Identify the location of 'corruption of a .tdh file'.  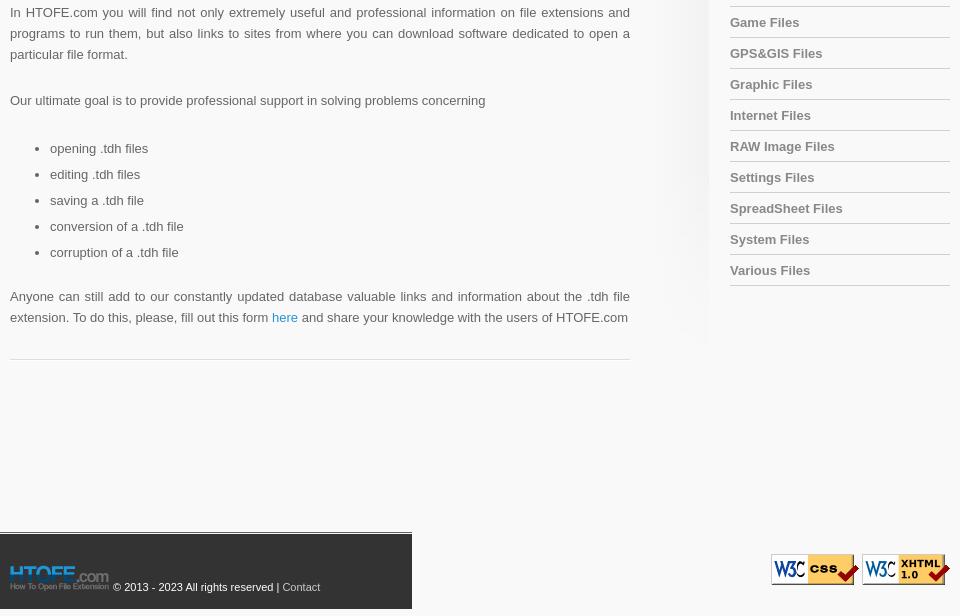
(114, 251).